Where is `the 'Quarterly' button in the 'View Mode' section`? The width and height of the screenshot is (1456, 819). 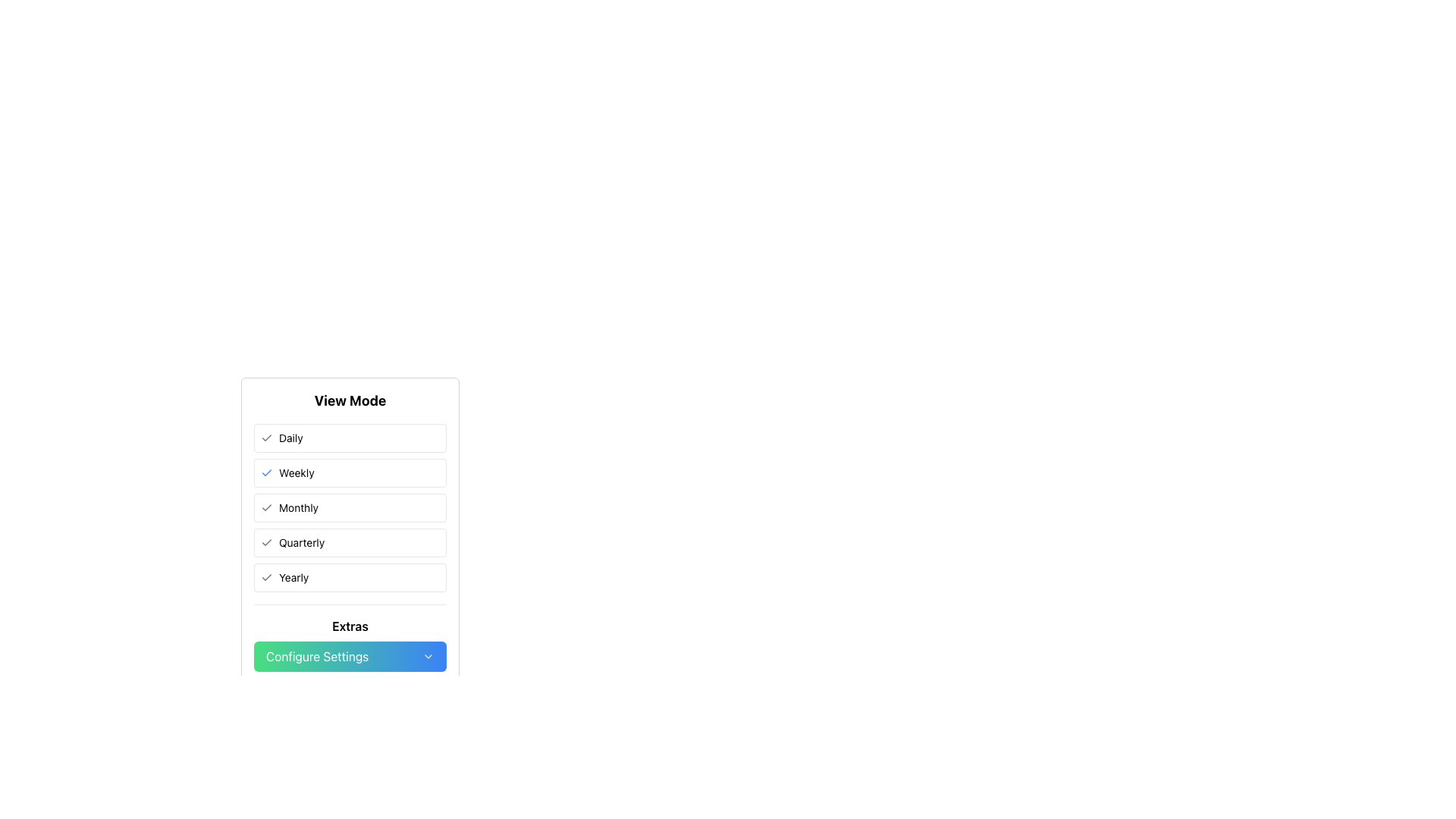
the 'Quarterly' button in the 'View Mode' section is located at coordinates (349, 529).